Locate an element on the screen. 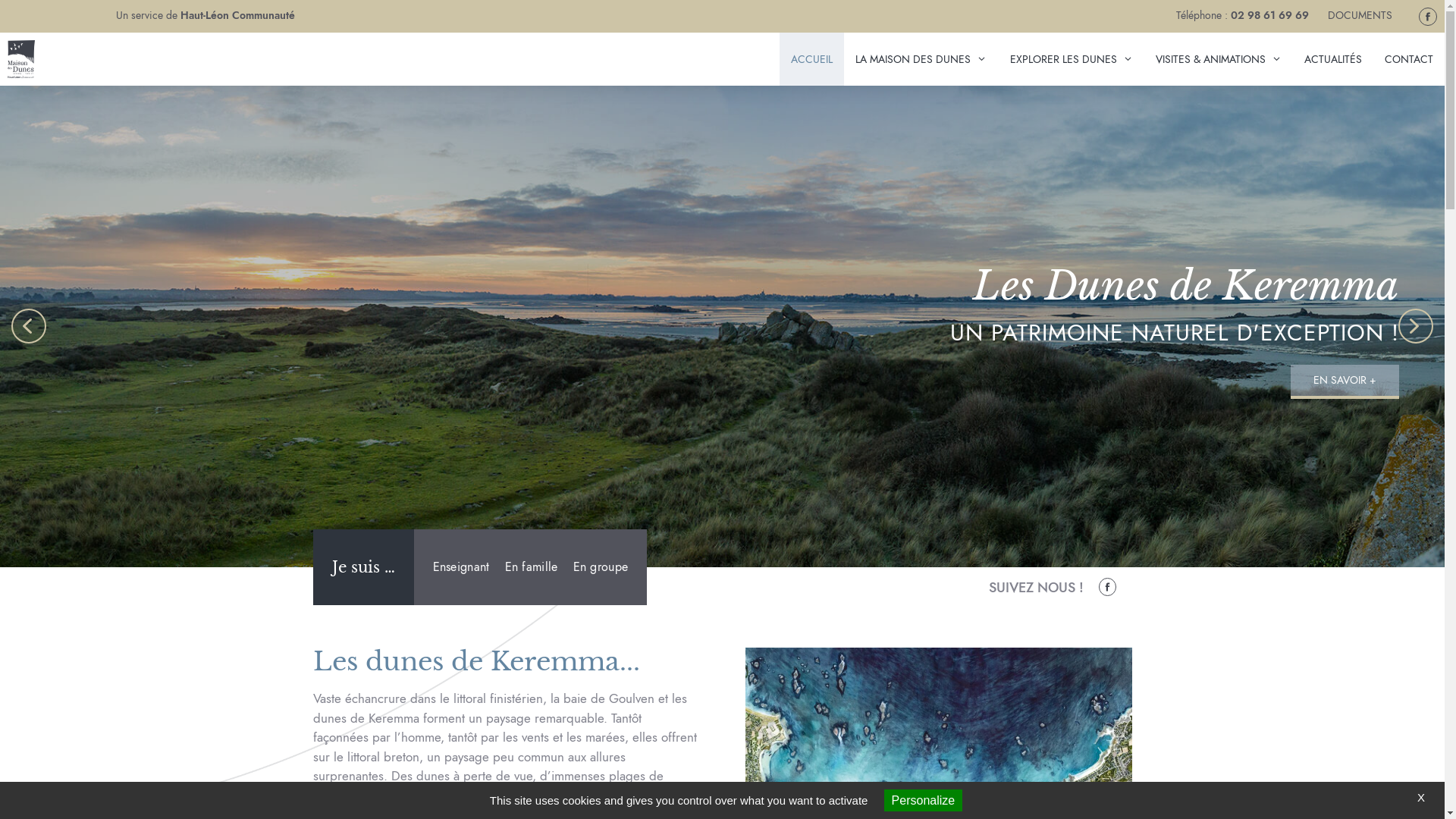  'Maison Des Dunes' is located at coordinates (0, 58).